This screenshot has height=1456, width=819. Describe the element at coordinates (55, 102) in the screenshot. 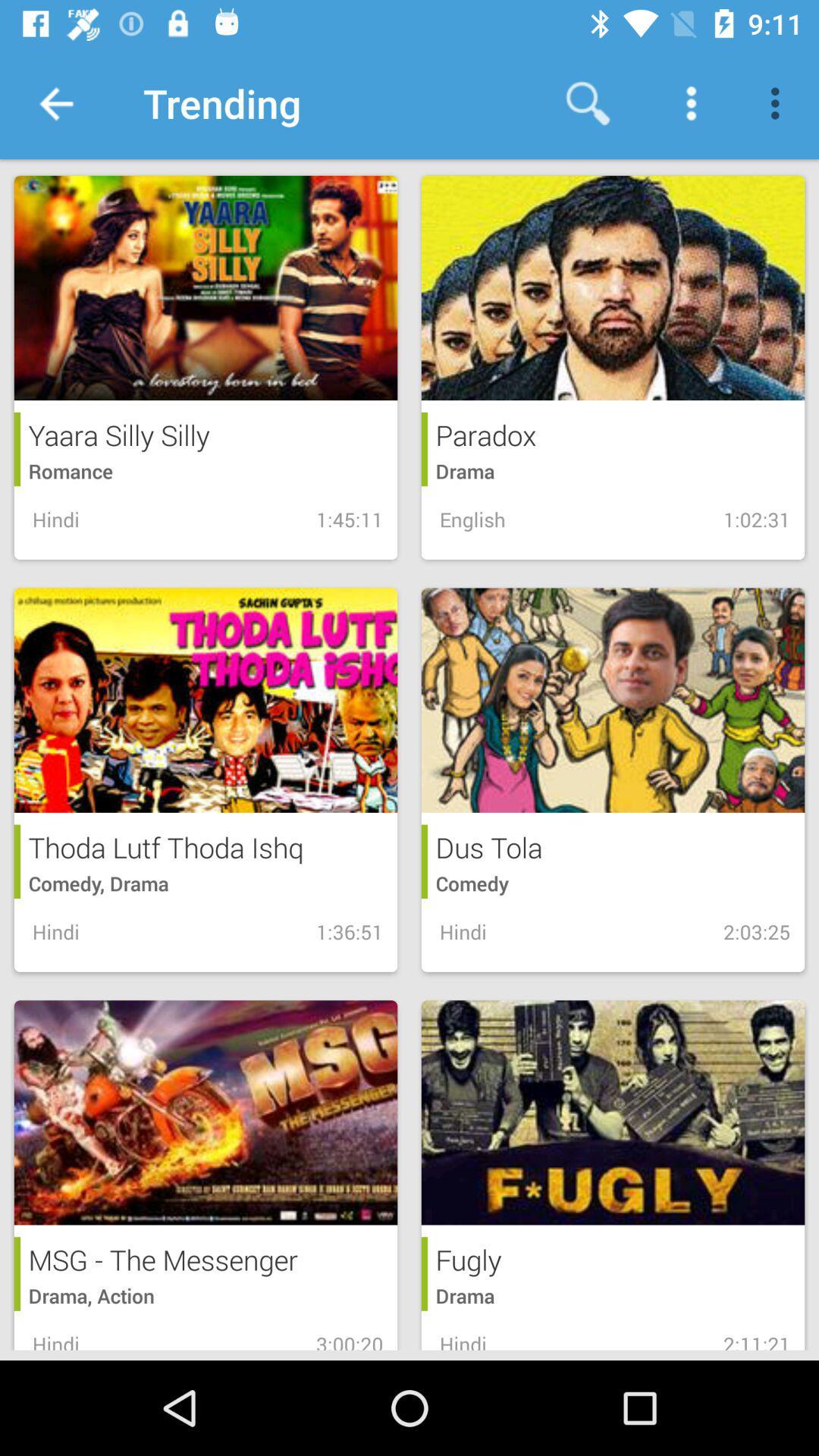

I see `the item next to the trending  icon` at that location.